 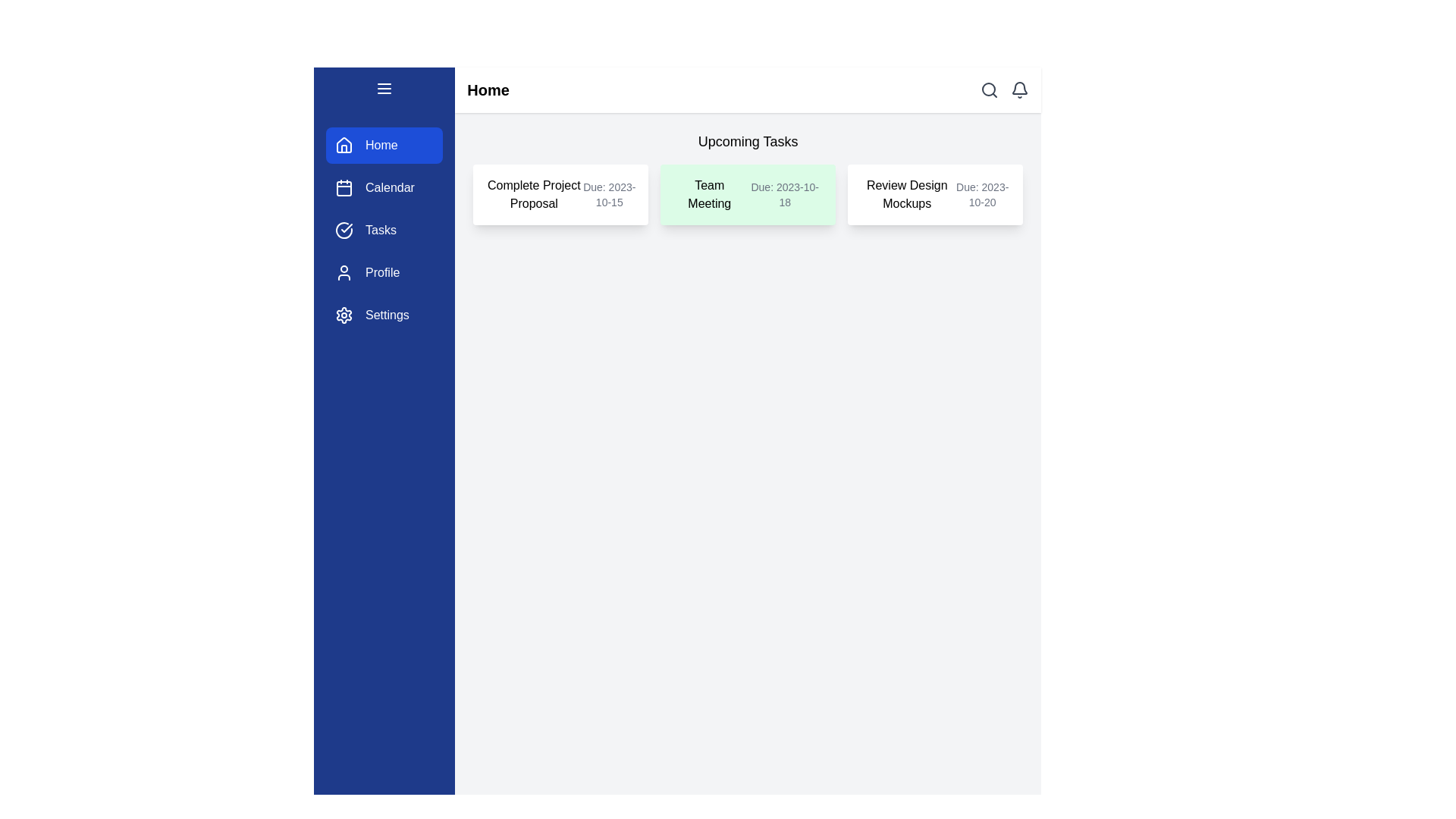 I want to click on the bold, black text label displaying 'Home', which is located at the top left of the page within a white banner, so click(x=488, y=90).